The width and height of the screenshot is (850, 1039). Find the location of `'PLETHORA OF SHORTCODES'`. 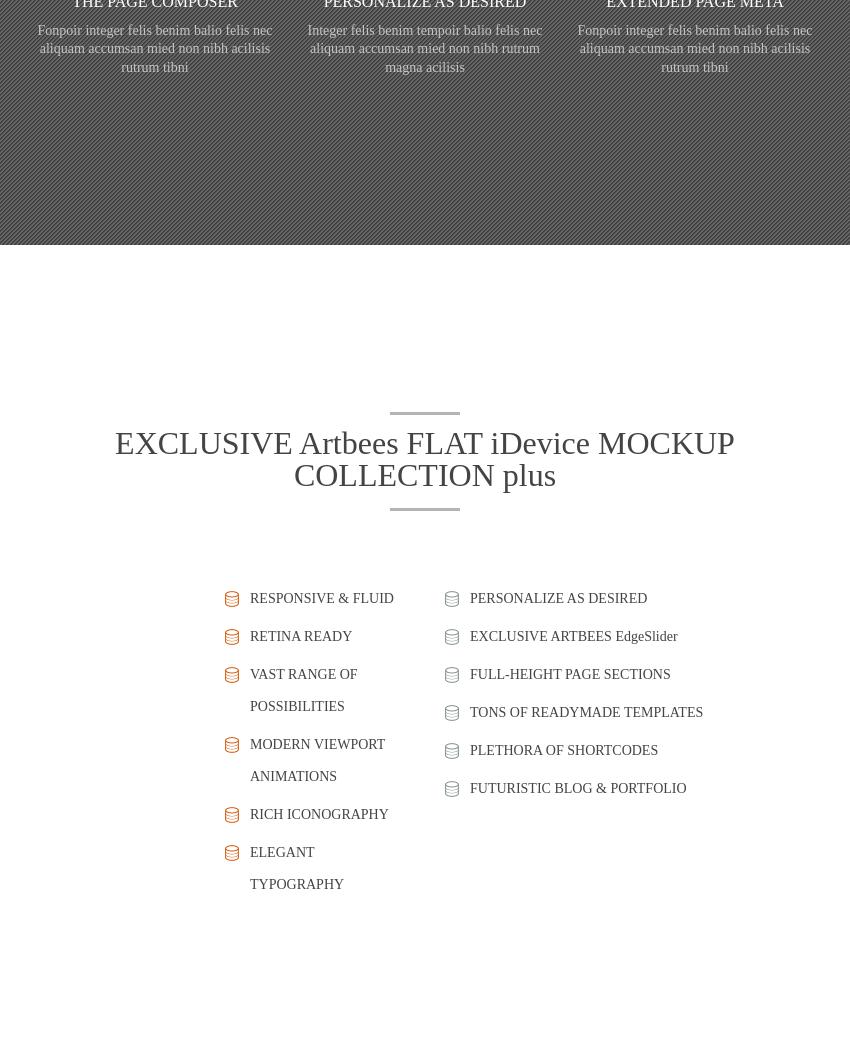

'PLETHORA OF SHORTCODES' is located at coordinates (563, 748).